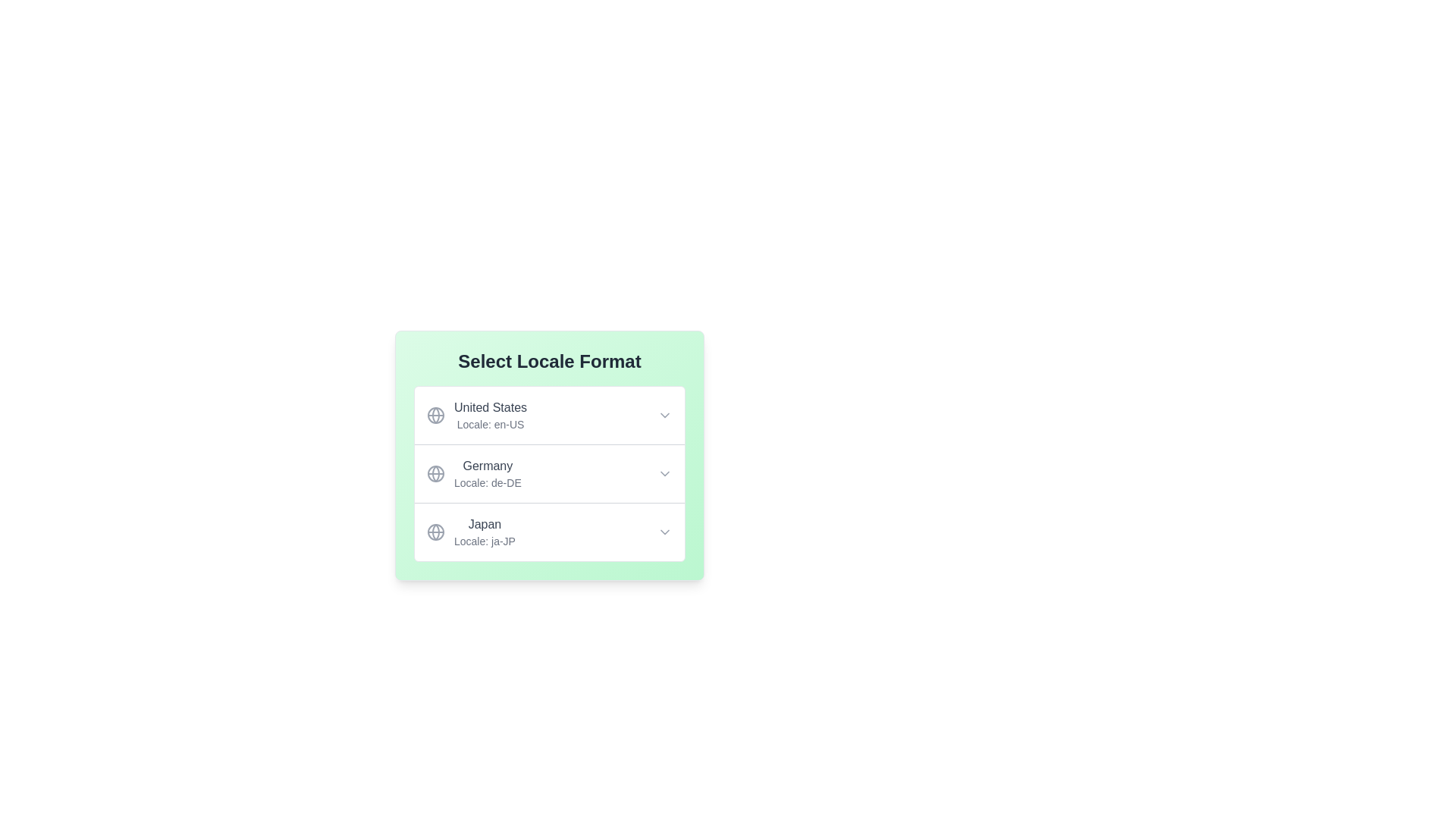 Image resolution: width=1456 pixels, height=819 pixels. What do you see at coordinates (475, 415) in the screenshot?
I see `the first interactive list item representing the United States locale with the code 'en-US'` at bounding box center [475, 415].